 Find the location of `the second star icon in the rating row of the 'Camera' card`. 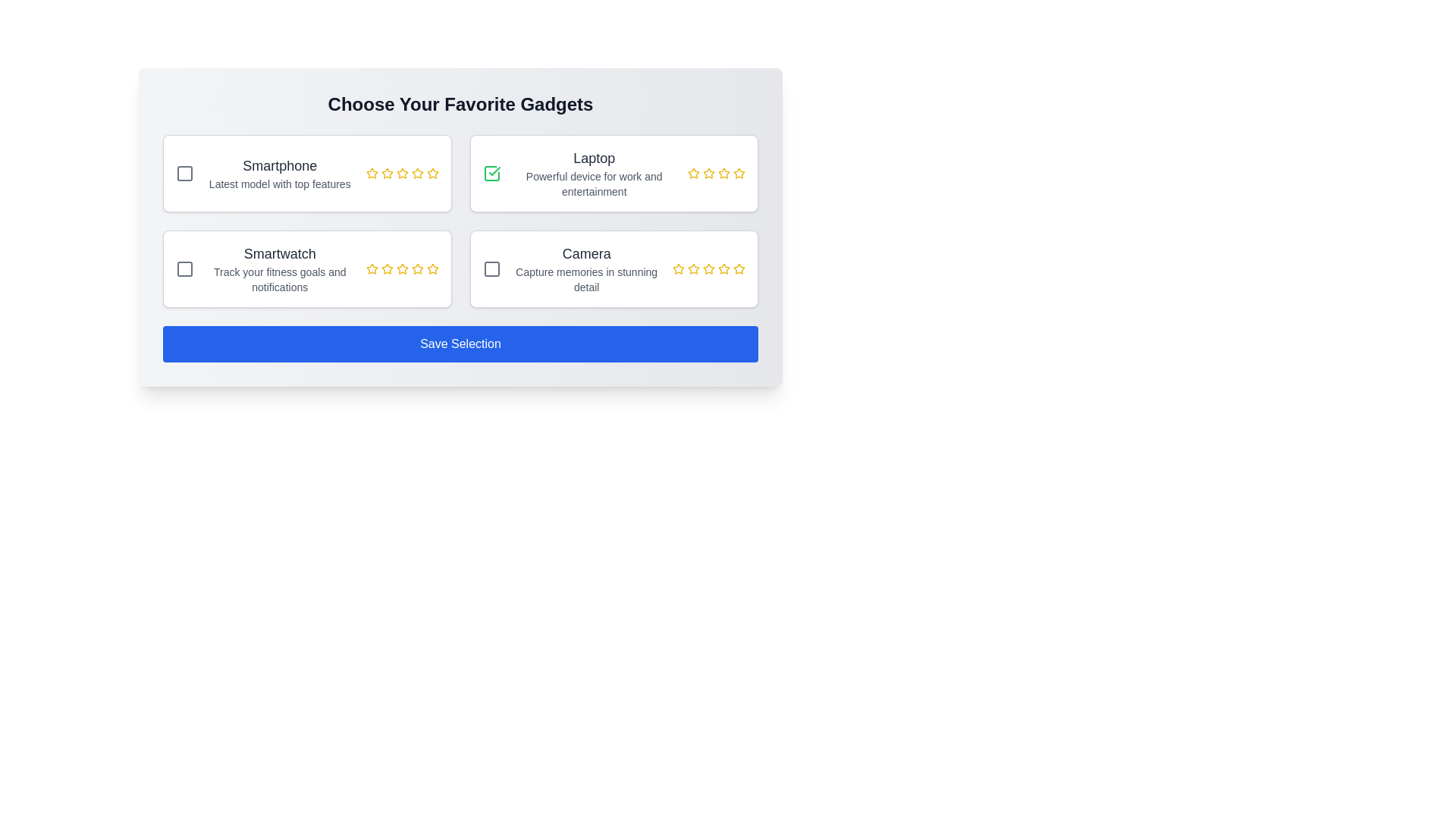

the second star icon in the rating row of the 'Camera' card is located at coordinates (693, 268).